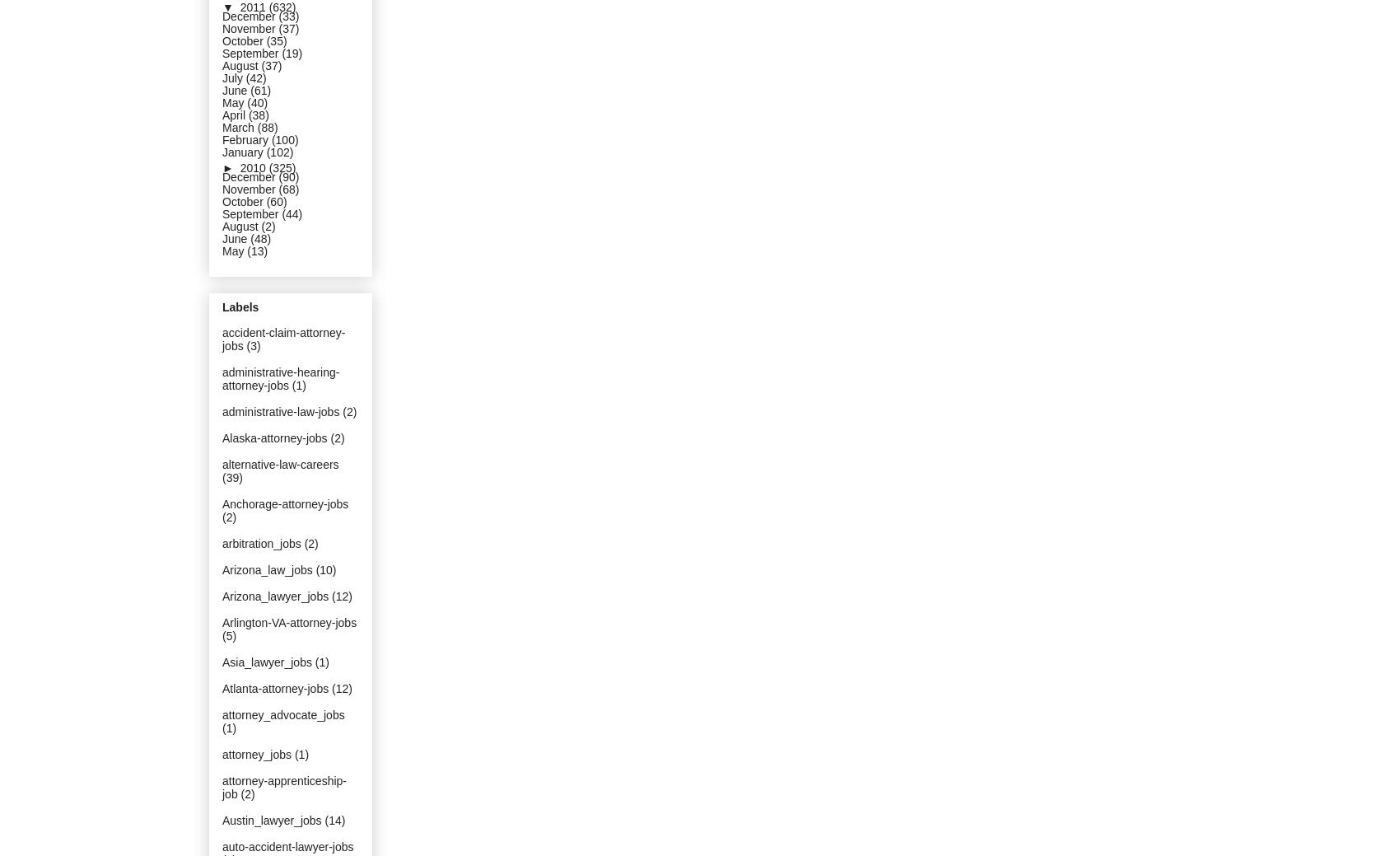 This screenshot has width=1400, height=856. I want to click on '(40)', so click(247, 101).